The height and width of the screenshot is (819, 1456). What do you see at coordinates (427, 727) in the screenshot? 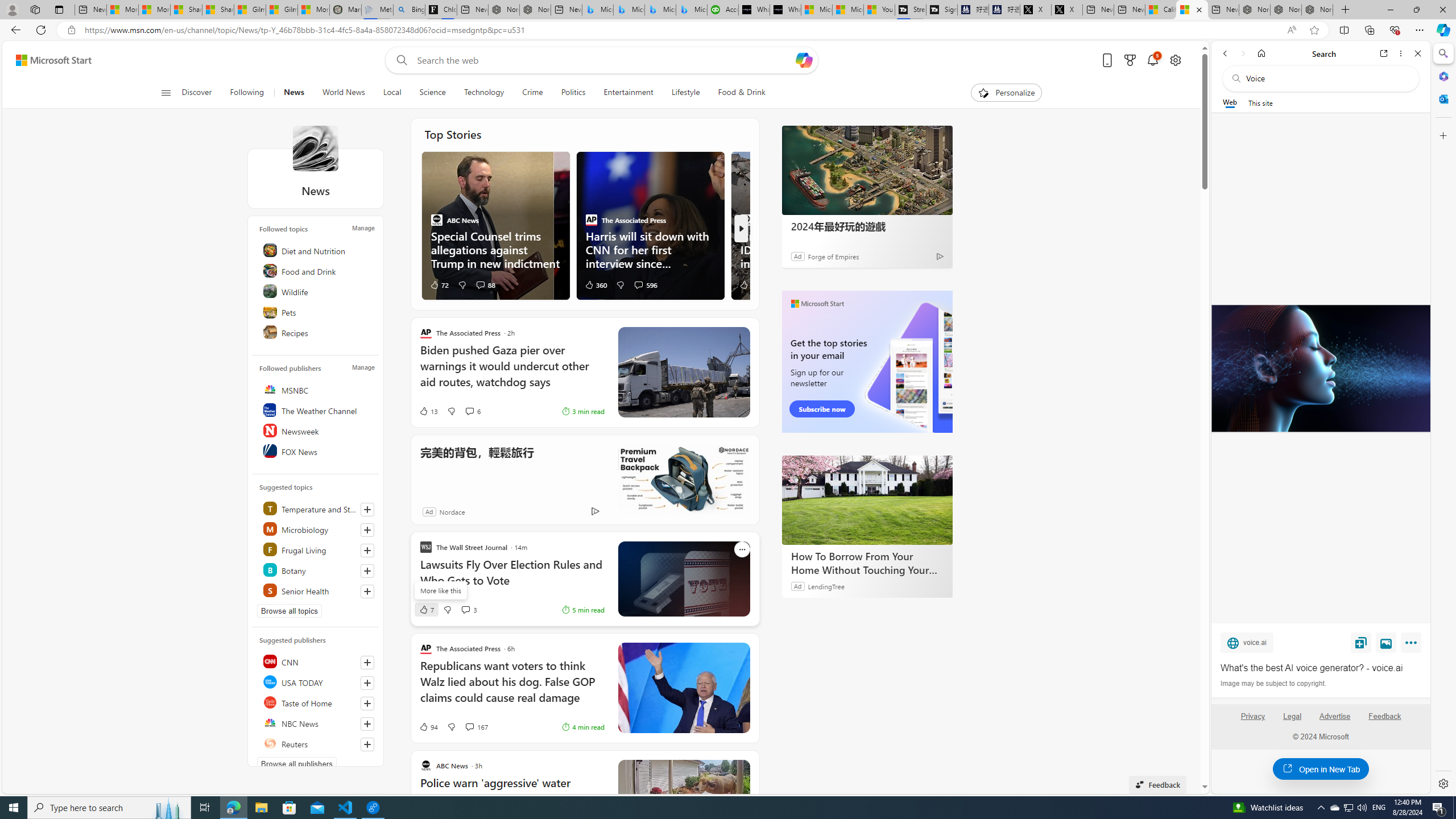
I see `'94 Like'` at bounding box center [427, 727].